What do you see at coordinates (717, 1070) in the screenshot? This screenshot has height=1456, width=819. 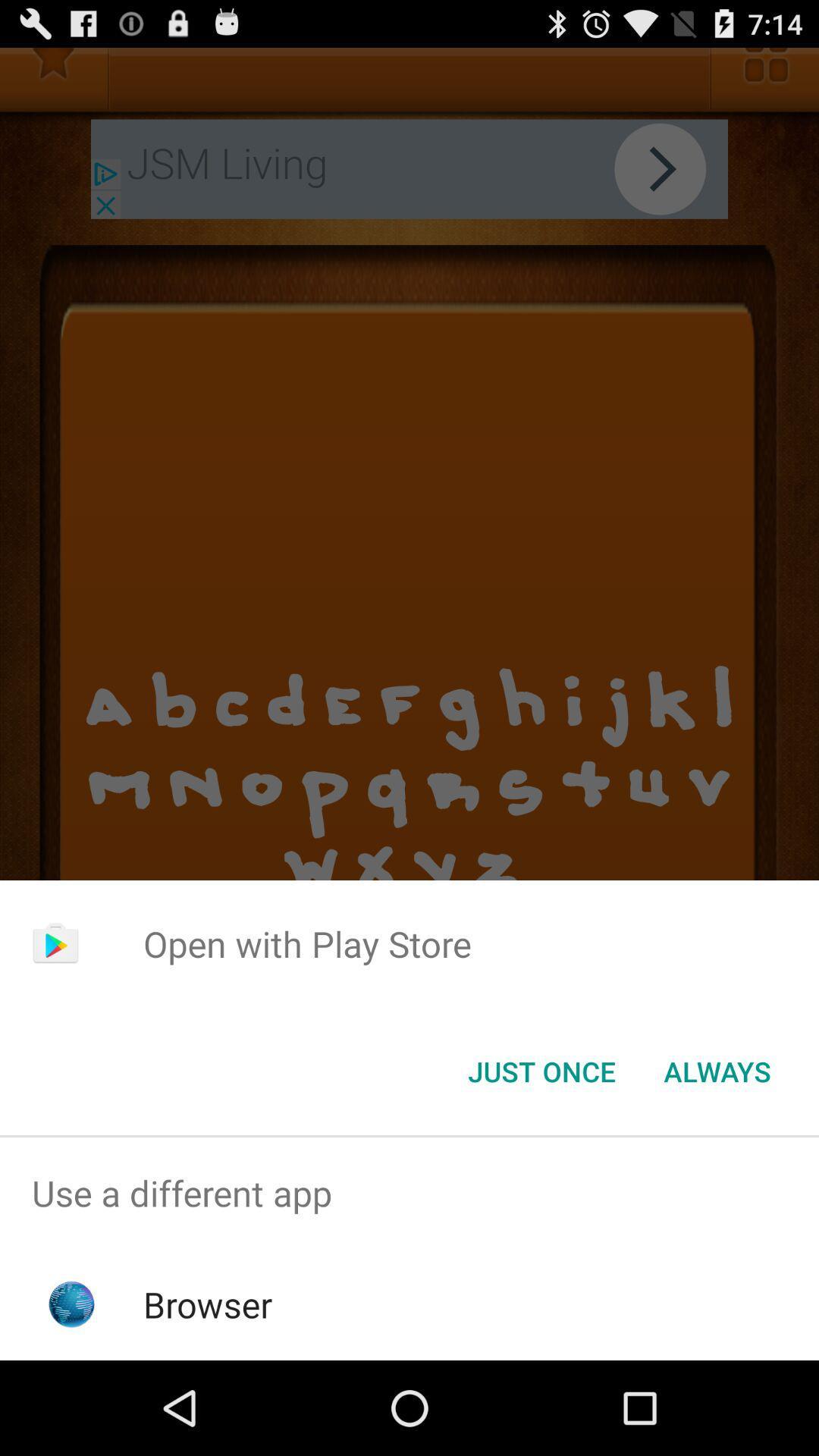 I see `the always button` at bounding box center [717, 1070].